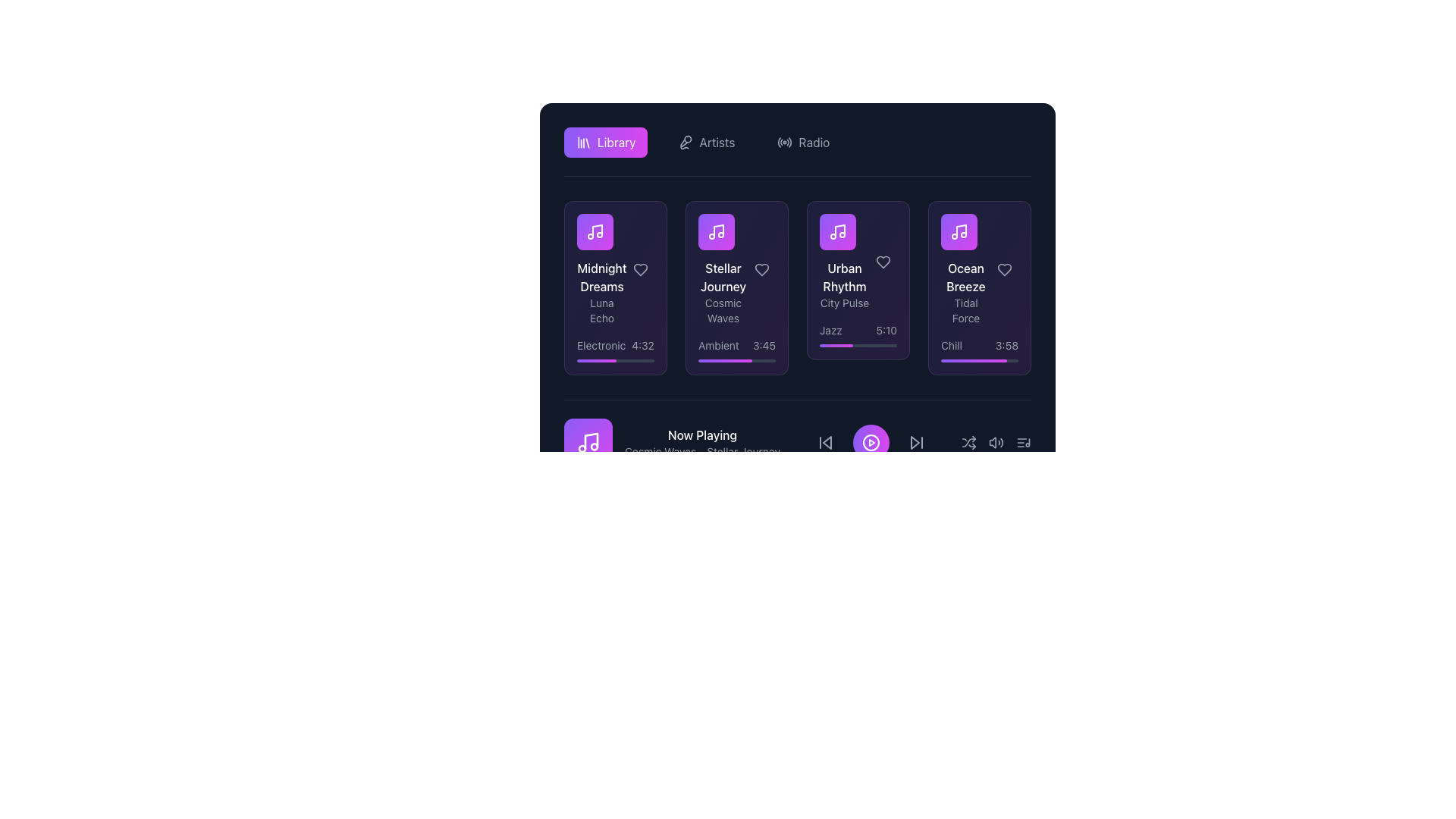  What do you see at coordinates (716, 231) in the screenshot?
I see `the musical note icon, which is styled with a white color and located within the second card of the Library section, centered in the upper part of the card` at bounding box center [716, 231].